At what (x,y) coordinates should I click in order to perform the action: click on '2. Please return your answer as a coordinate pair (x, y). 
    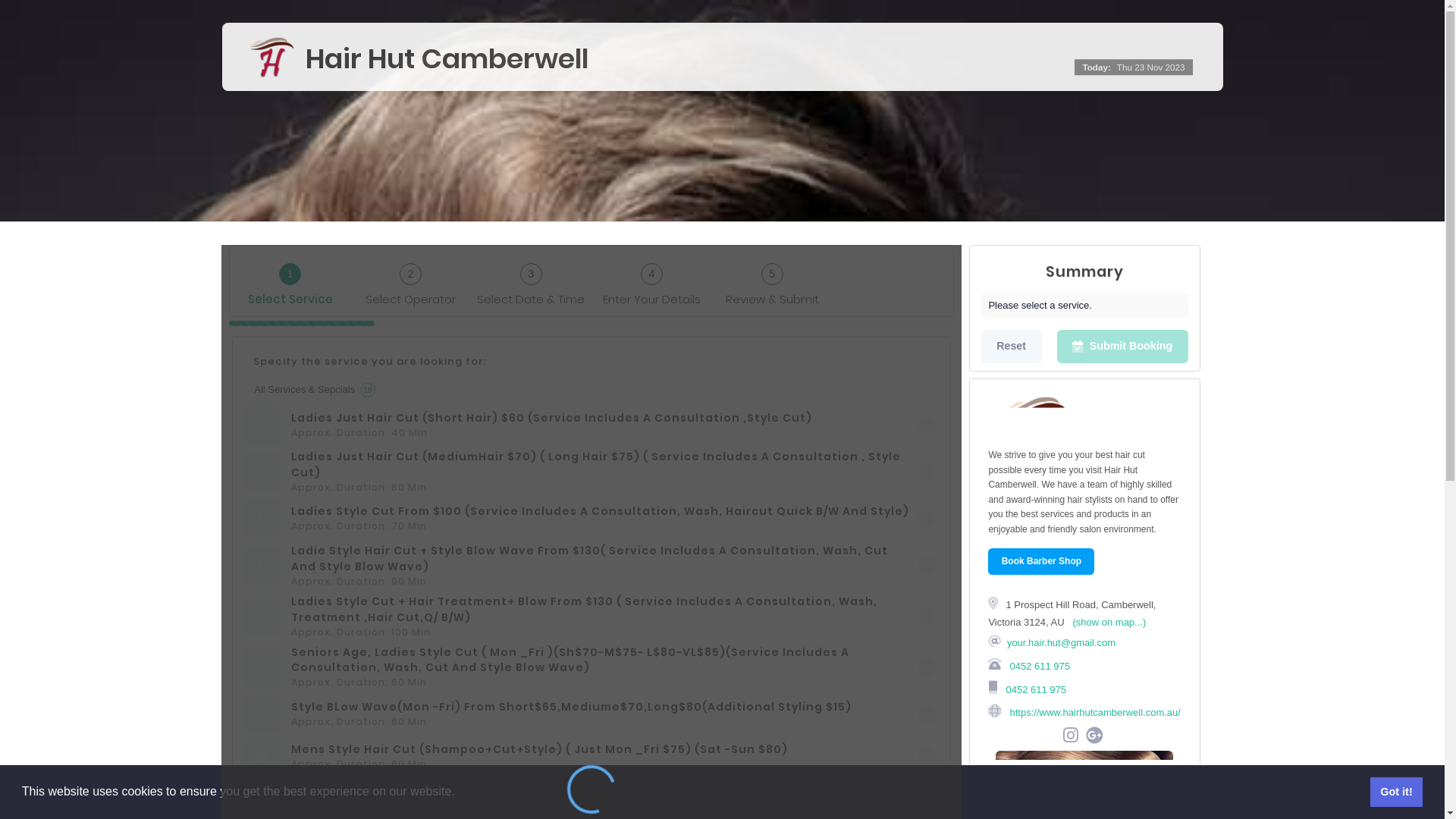
    Looking at the image, I should click on (410, 281).